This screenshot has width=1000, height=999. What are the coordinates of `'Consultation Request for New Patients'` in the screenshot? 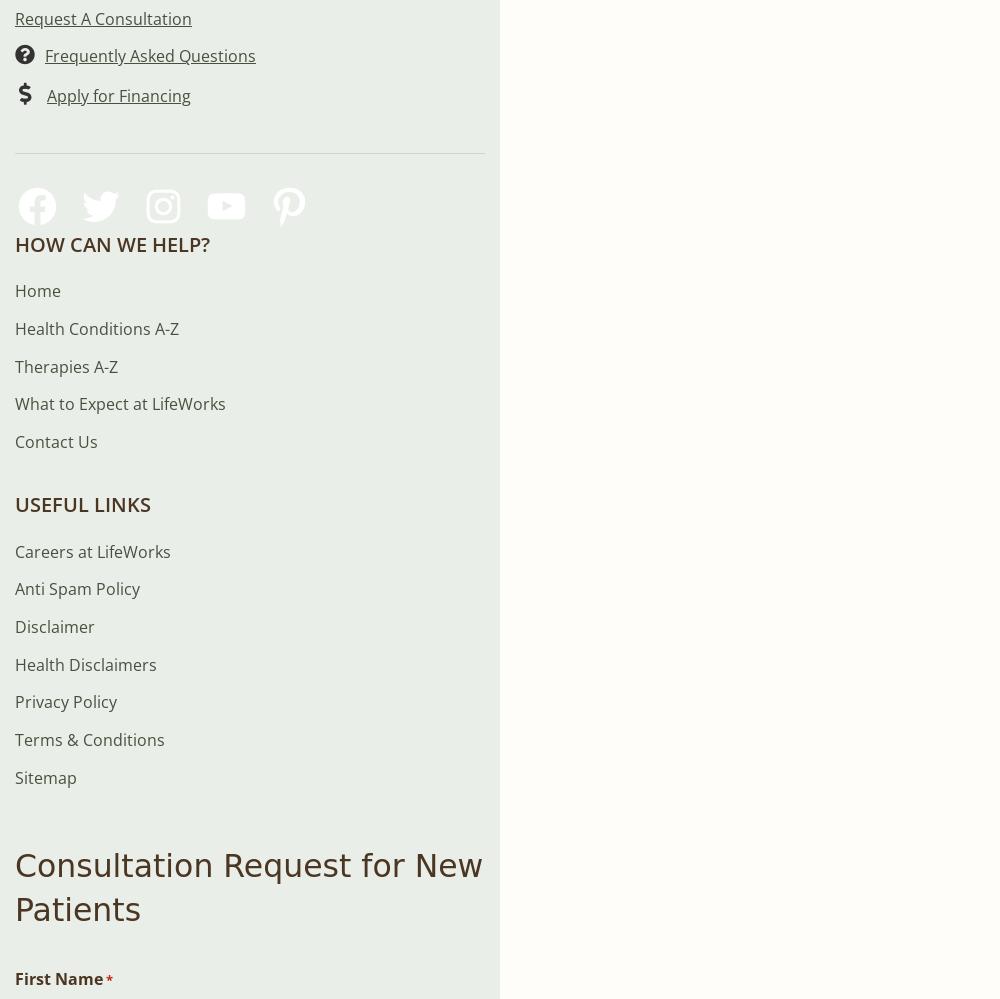 It's located at (248, 888).